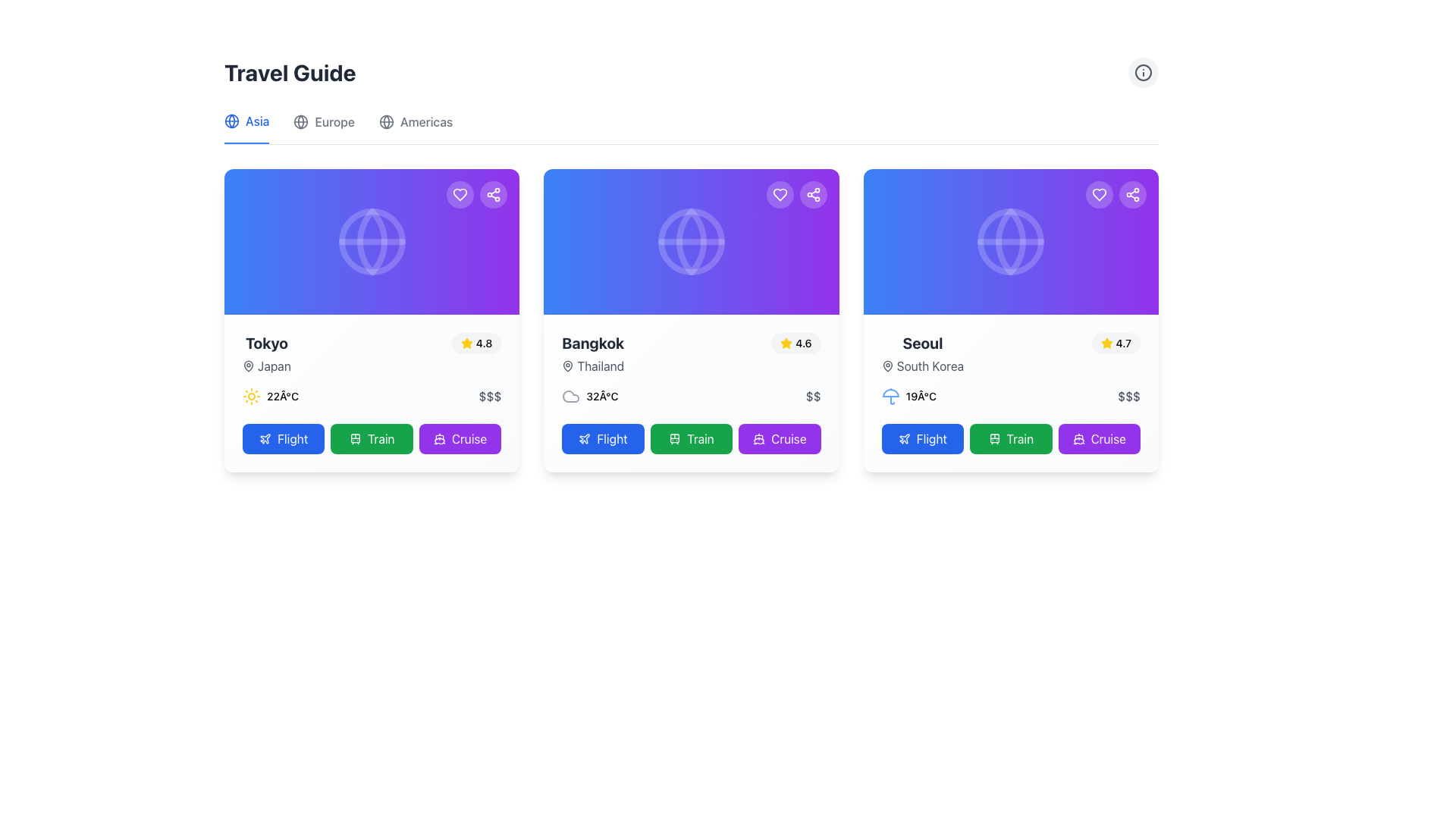 This screenshot has height=819, width=1456. Describe the element at coordinates (1099, 194) in the screenshot. I see `the favorite button located in the upper-right corner of the card representing the 'Seoul' destination to mark it as a favorite` at that location.